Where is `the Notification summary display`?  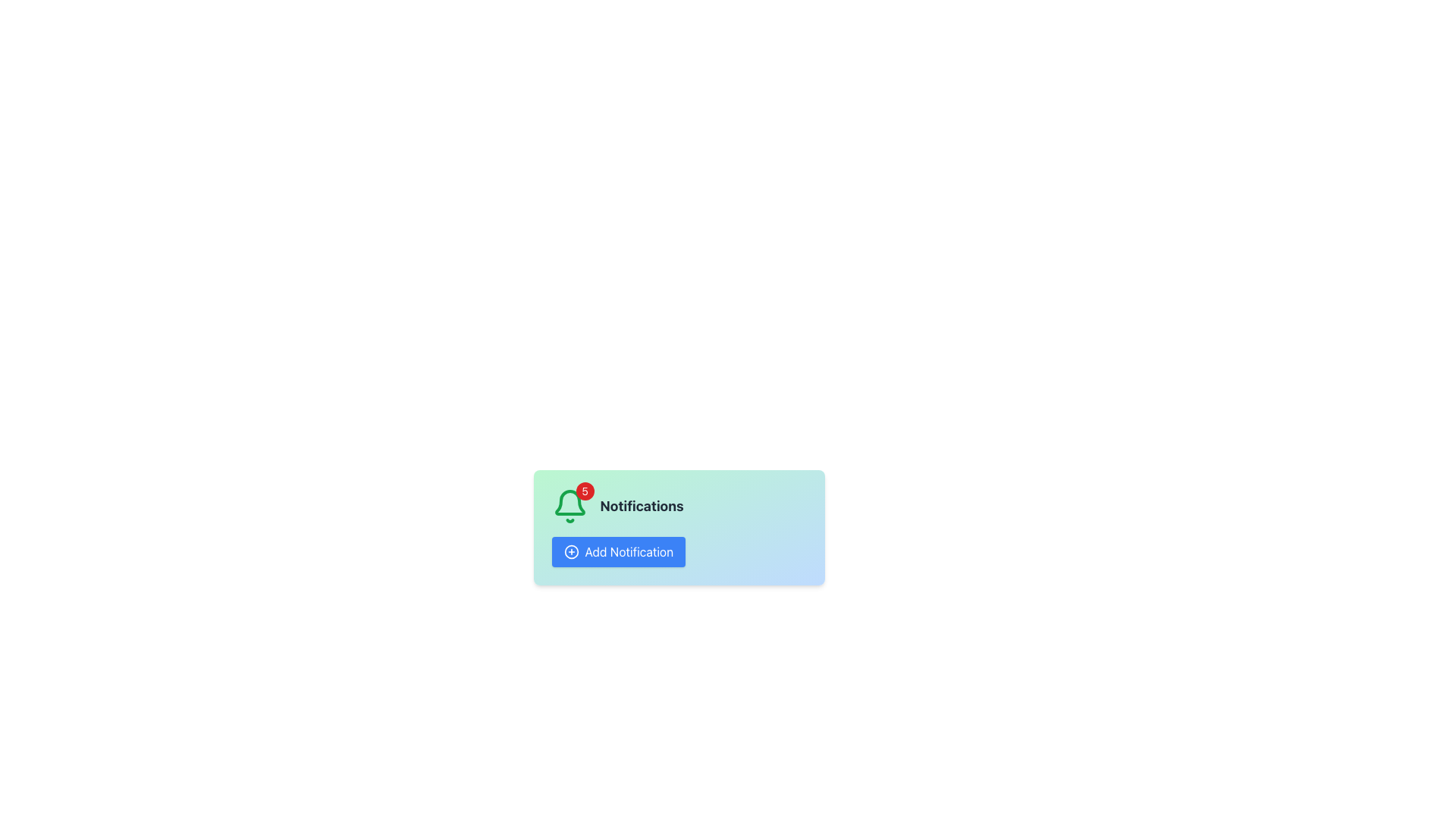
the Notification summary display is located at coordinates (678, 506).